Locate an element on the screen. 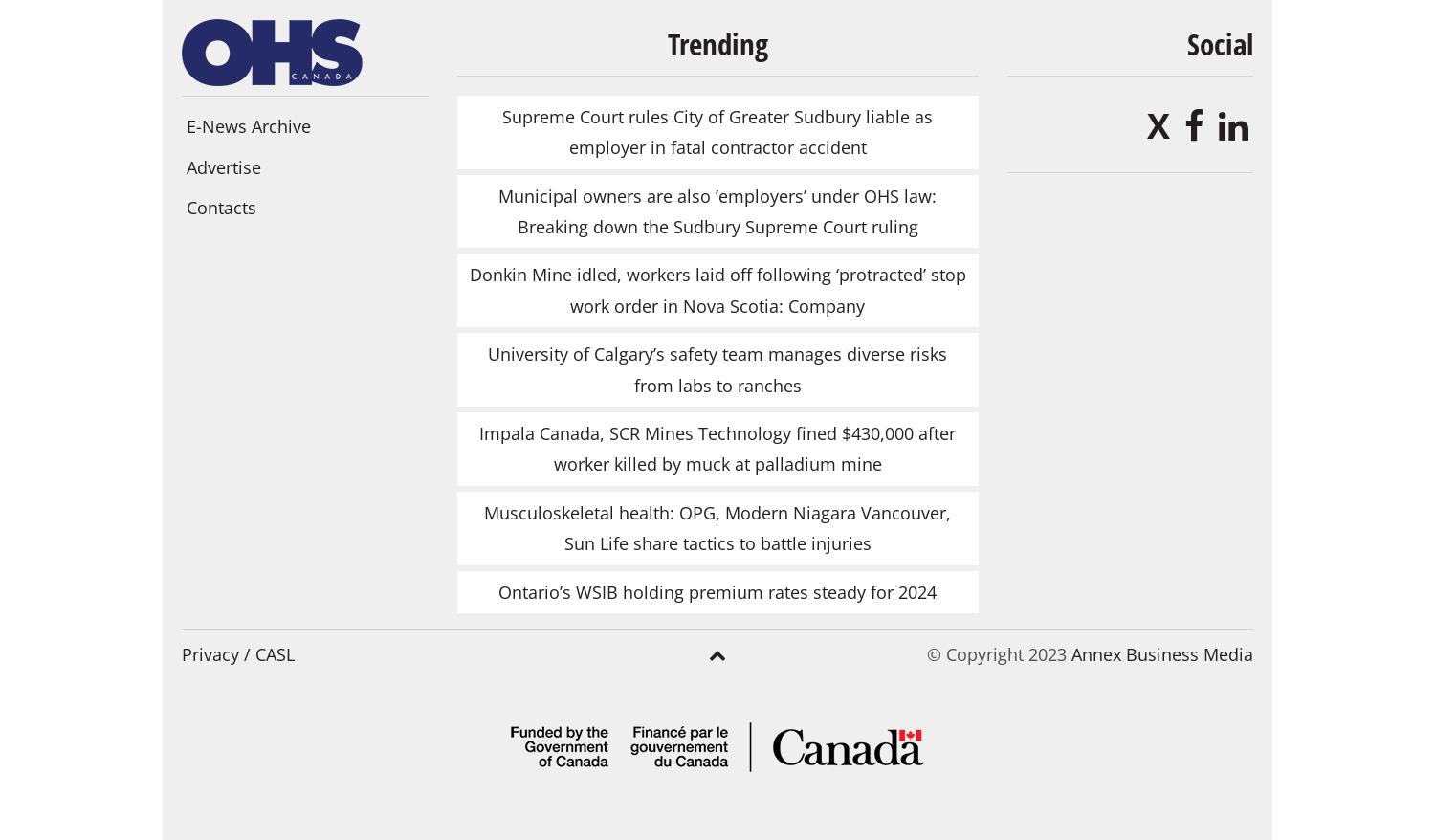 This screenshot has width=1435, height=840. 'Impala Canada, SCR Mines Technology fined $430,000 after worker killed by muck at palladium mine' is located at coordinates (717, 448).